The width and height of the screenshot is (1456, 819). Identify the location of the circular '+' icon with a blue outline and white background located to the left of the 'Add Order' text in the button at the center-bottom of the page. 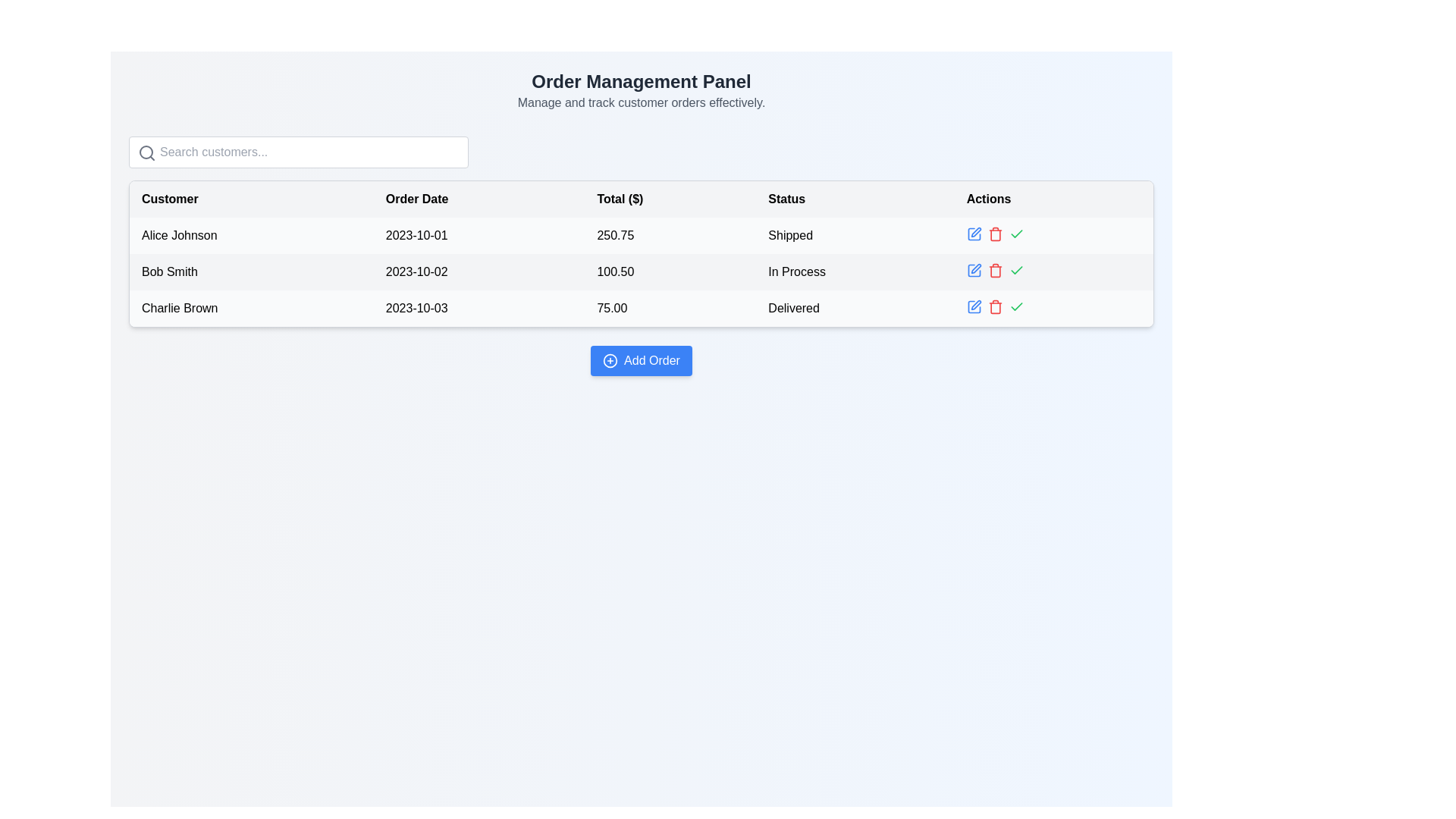
(610, 360).